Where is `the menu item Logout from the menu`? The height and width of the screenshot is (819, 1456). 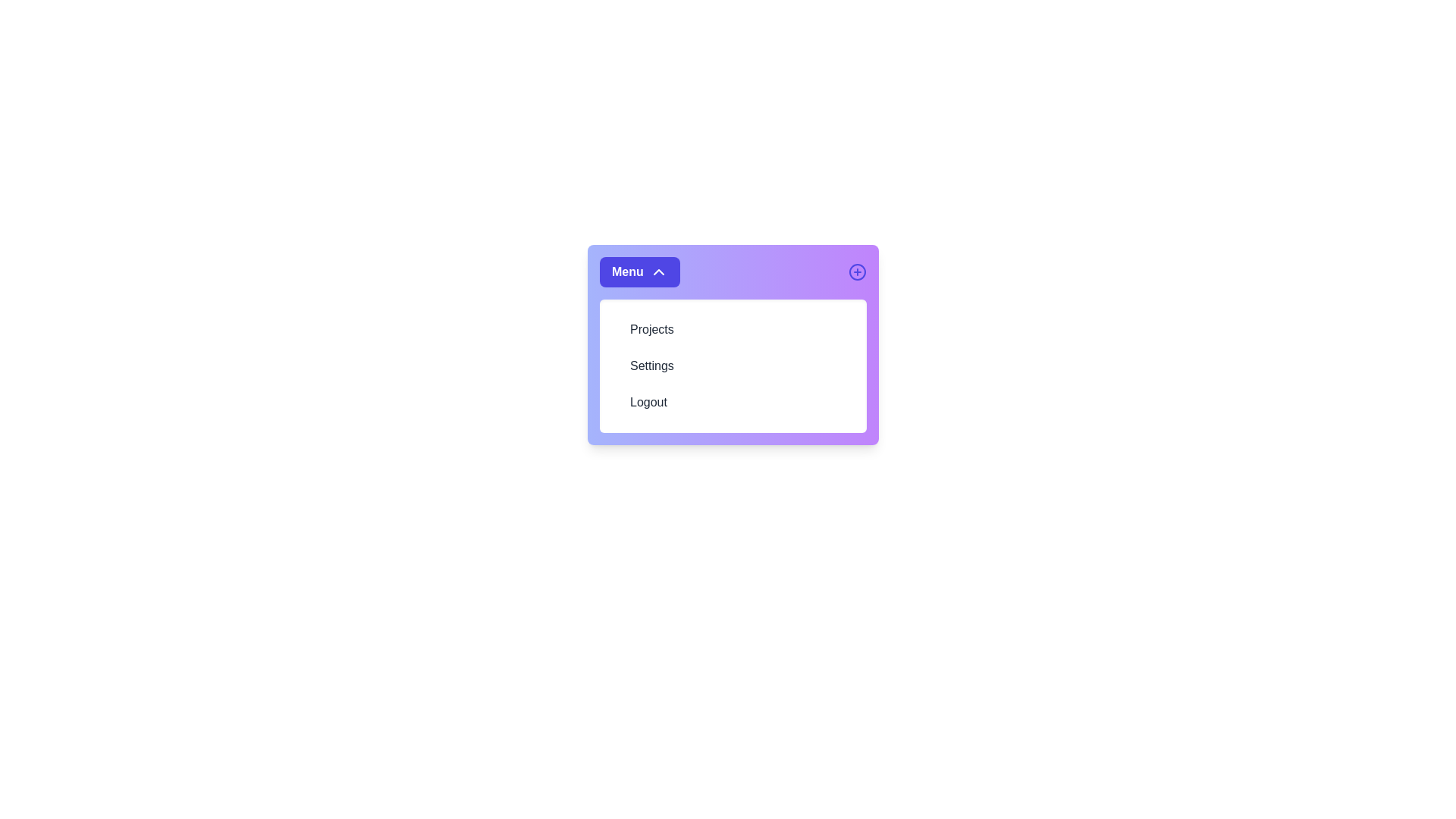
the menu item Logout from the menu is located at coordinates (733, 402).